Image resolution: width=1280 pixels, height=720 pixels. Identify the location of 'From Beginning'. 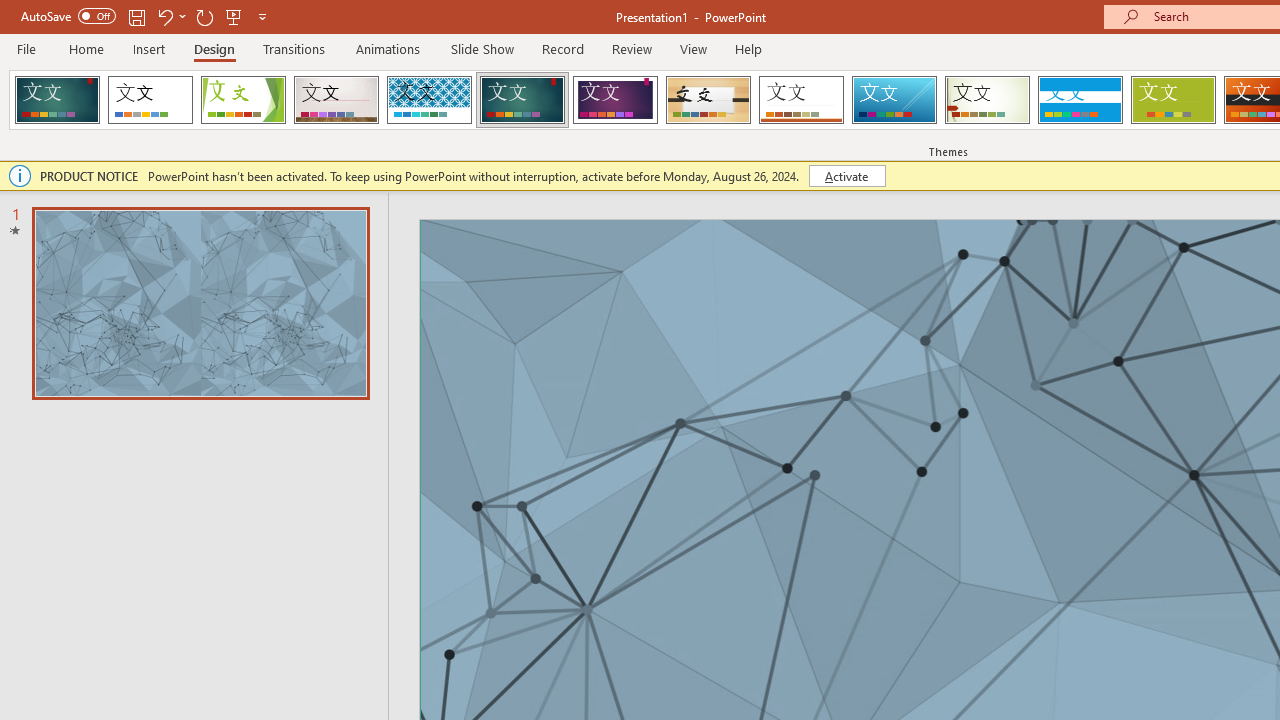
(234, 16).